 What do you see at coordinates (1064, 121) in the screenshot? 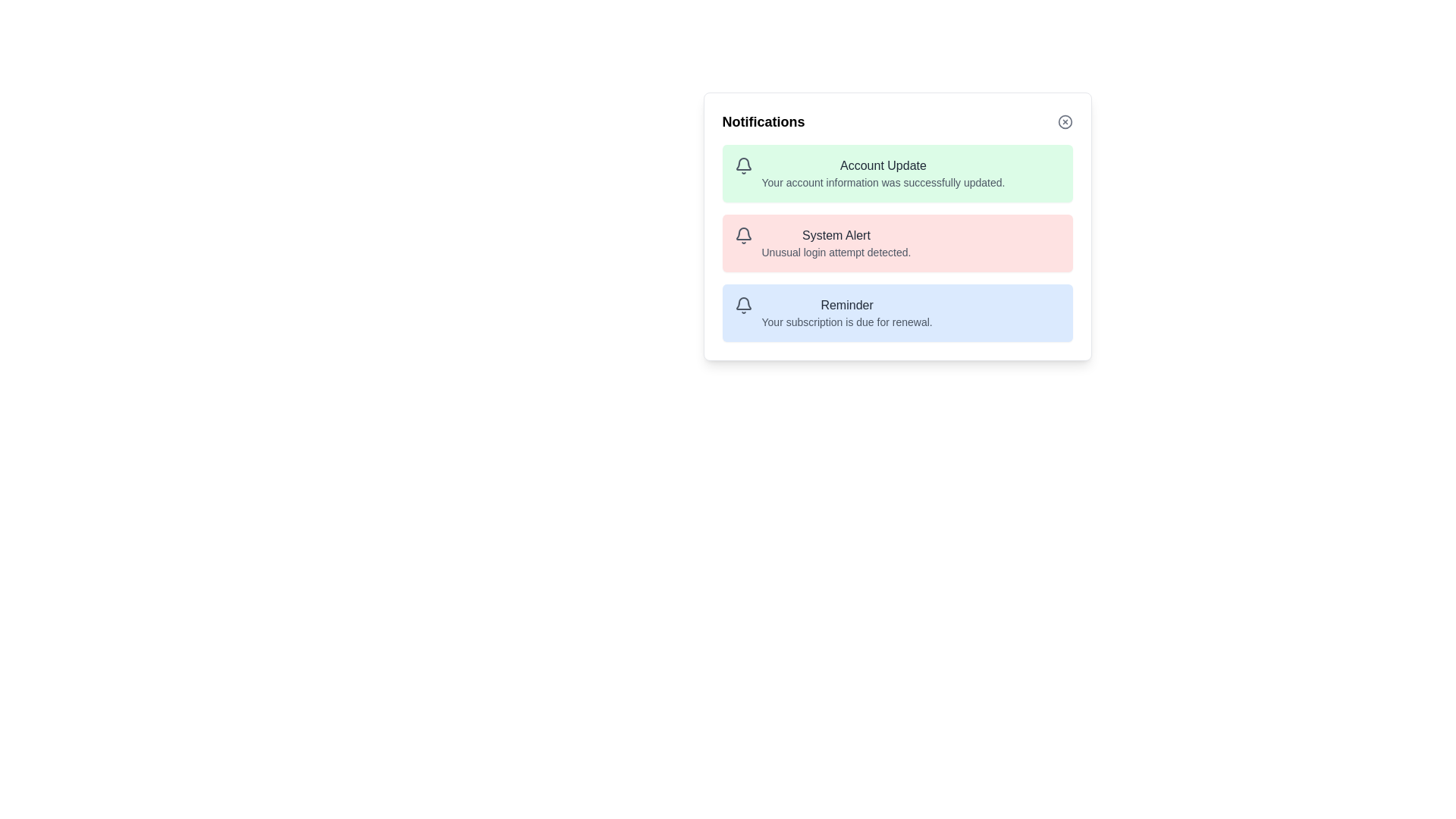
I see `the 'Close' button located in the upper-right corner of the 'Notifications' panel` at bounding box center [1064, 121].